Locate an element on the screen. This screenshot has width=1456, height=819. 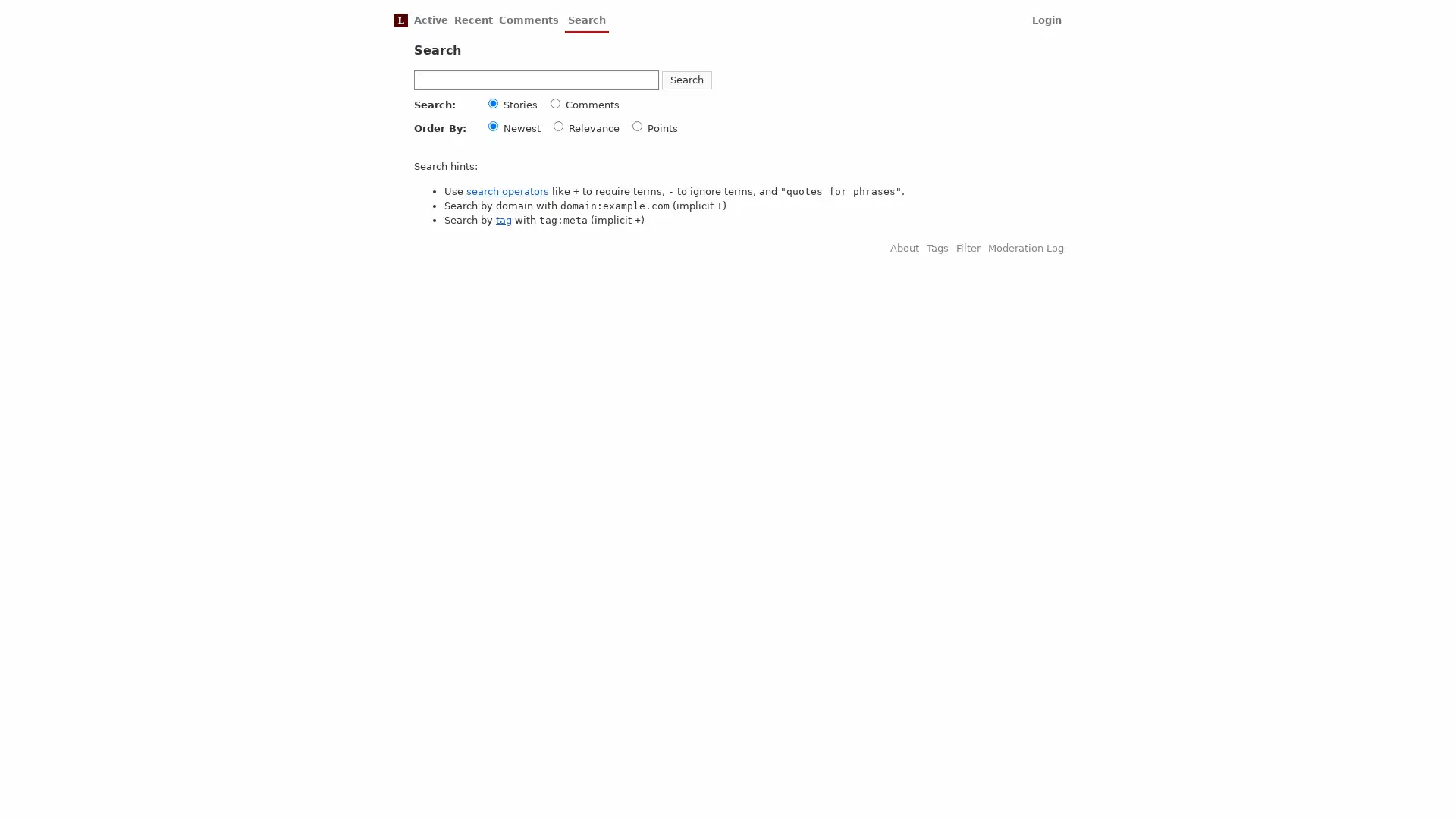
Search is located at coordinates (686, 79).